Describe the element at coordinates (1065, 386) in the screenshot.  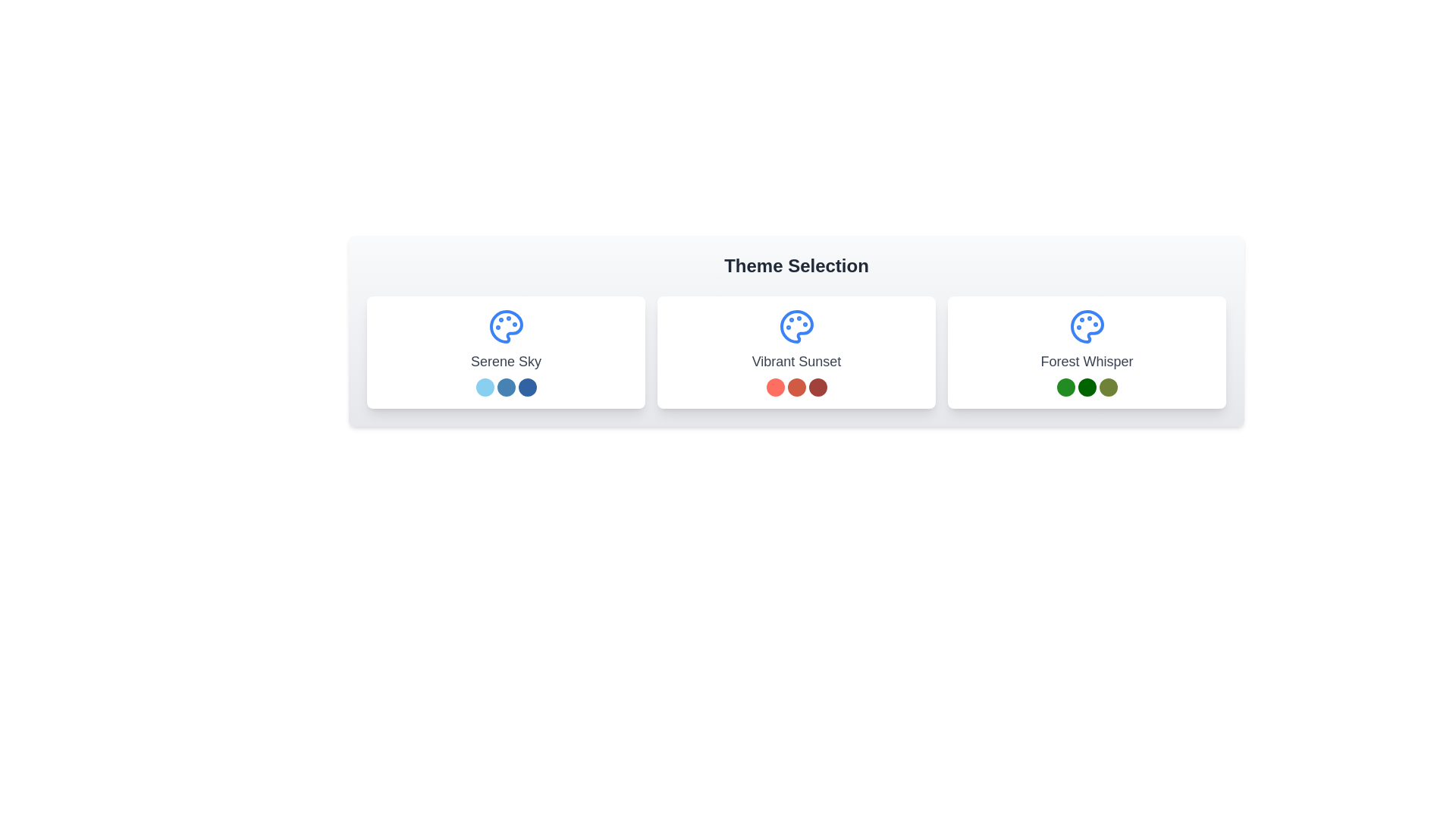
I see `the first color indicator circle representing the 'Forest Whisper' theme, which is positioned below the title 'Forest Whisper' in the theme selection section` at that location.